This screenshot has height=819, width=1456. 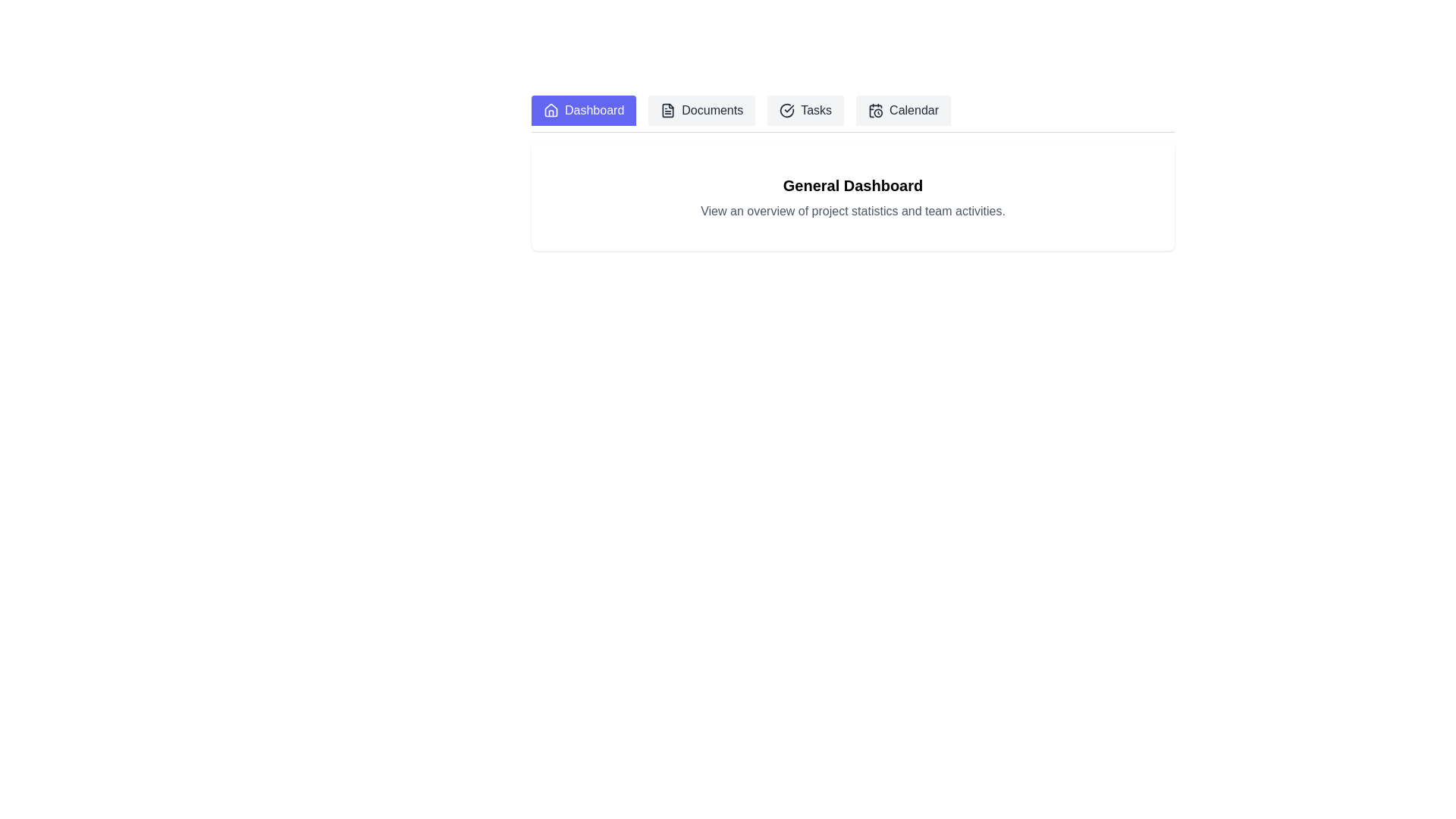 I want to click on the 'General Dashboard' section which includes the heading and descriptive text, serving as an introduction for users, so click(x=852, y=197).